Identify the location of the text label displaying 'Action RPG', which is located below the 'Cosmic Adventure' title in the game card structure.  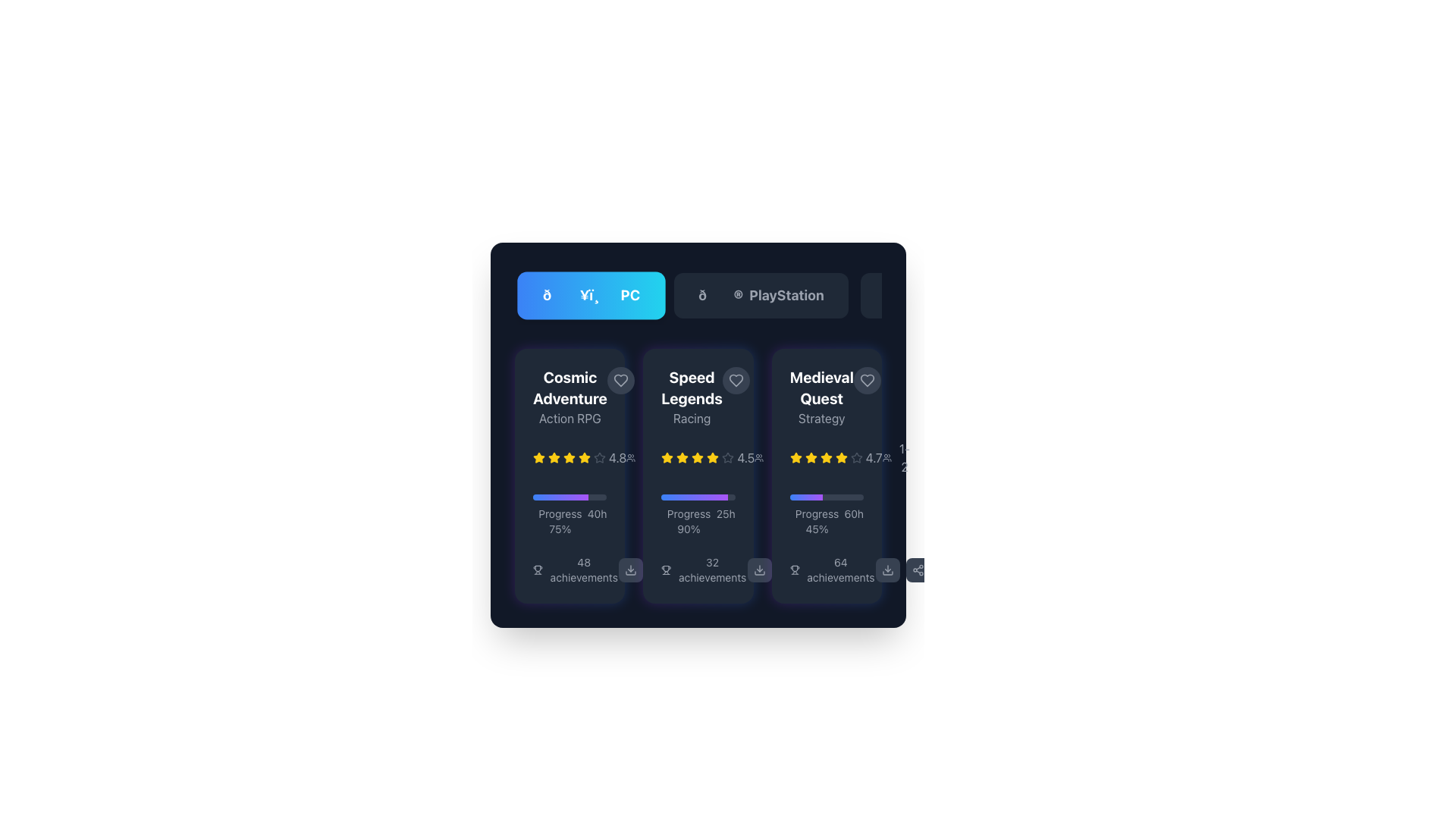
(569, 418).